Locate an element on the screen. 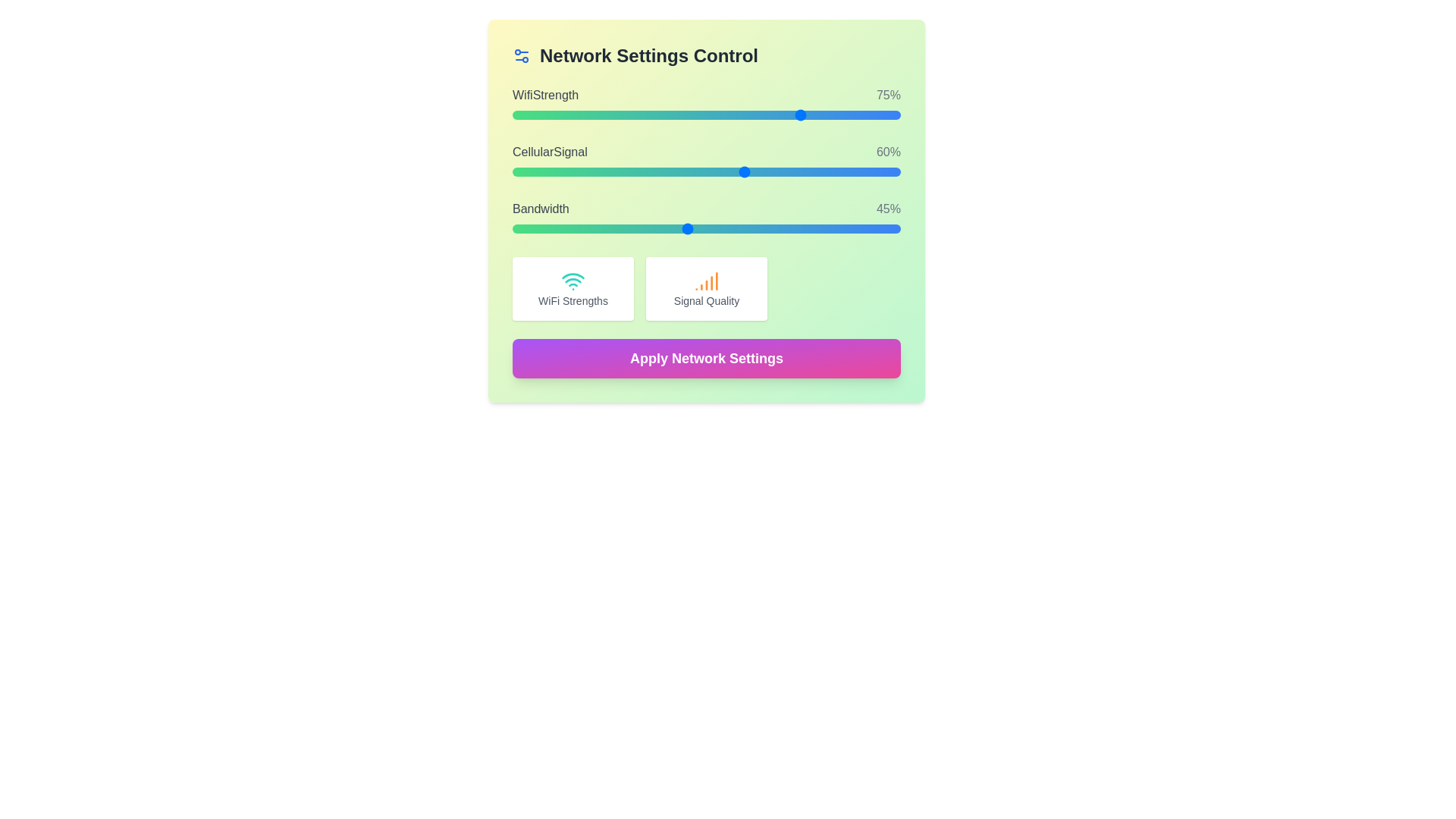  the bandwidth slider is located at coordinates (570, 228).